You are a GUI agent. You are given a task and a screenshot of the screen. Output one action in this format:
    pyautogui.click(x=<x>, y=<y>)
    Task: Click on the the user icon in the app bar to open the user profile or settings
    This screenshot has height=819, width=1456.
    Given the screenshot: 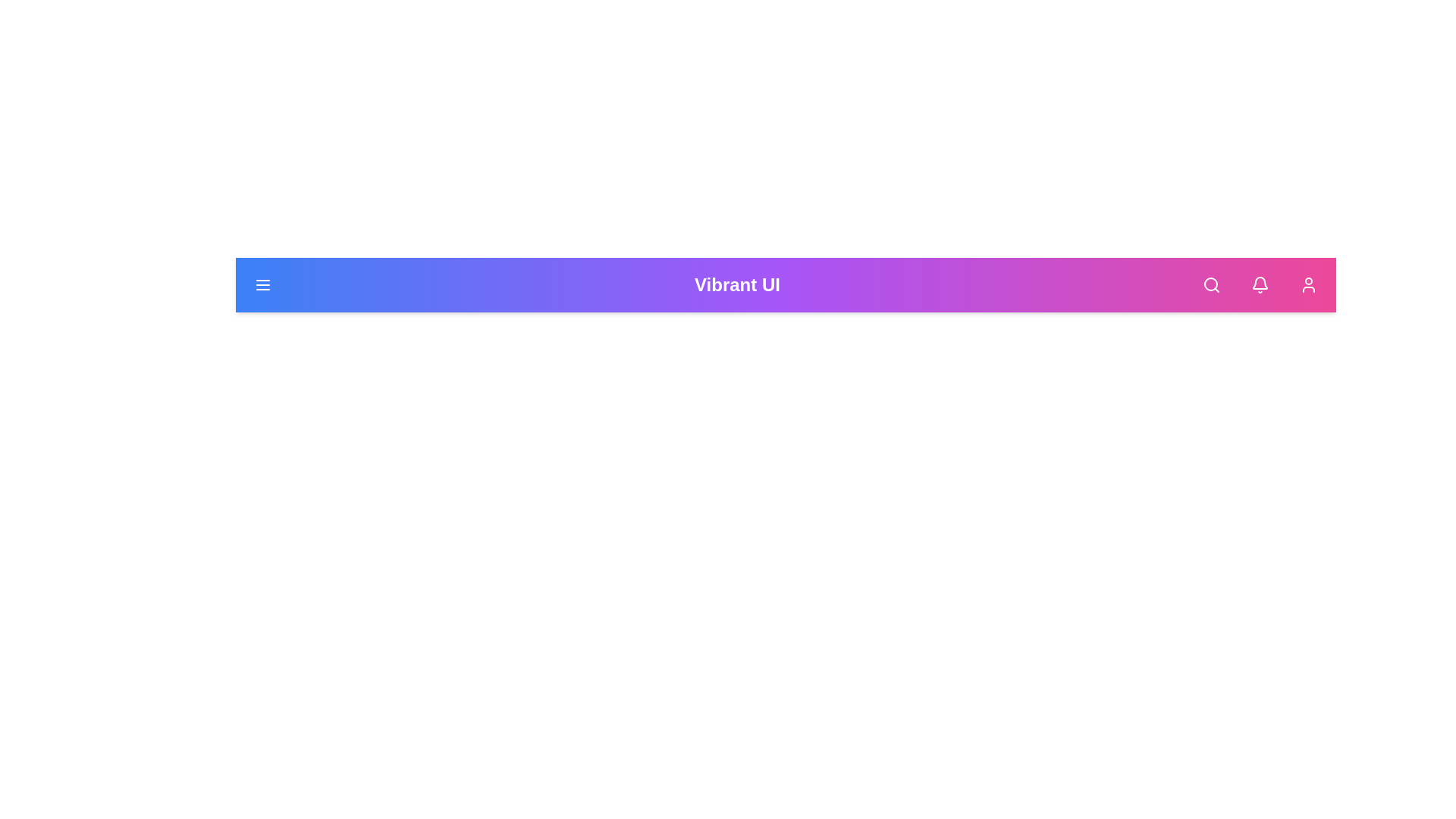 What is the action you would take?
    pyautogui.click(x=1307, y=284)
    